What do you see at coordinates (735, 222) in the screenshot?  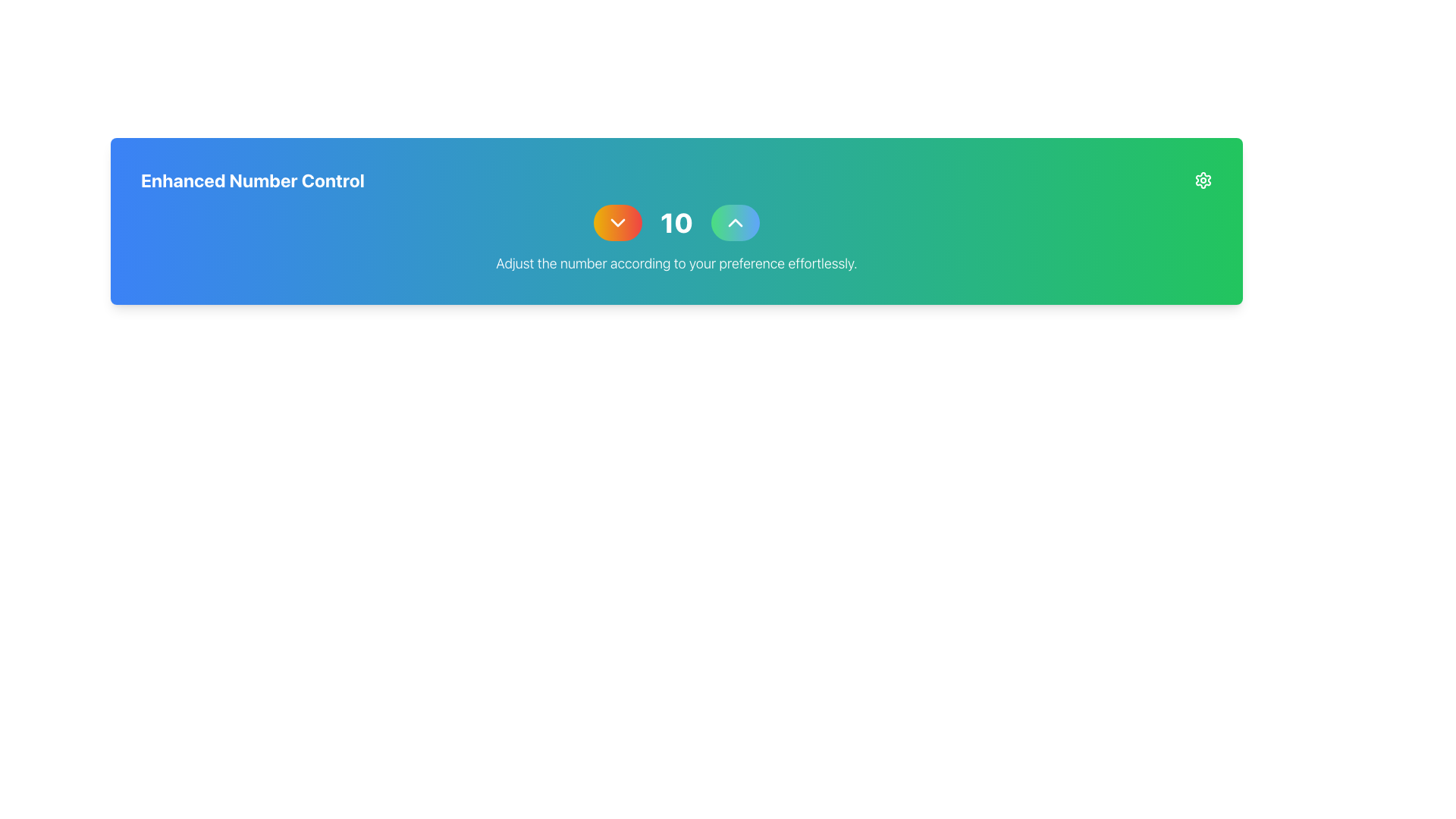 I see `the circular button with a gradient background and upward arrow icon` at bounding box center [735, 222].